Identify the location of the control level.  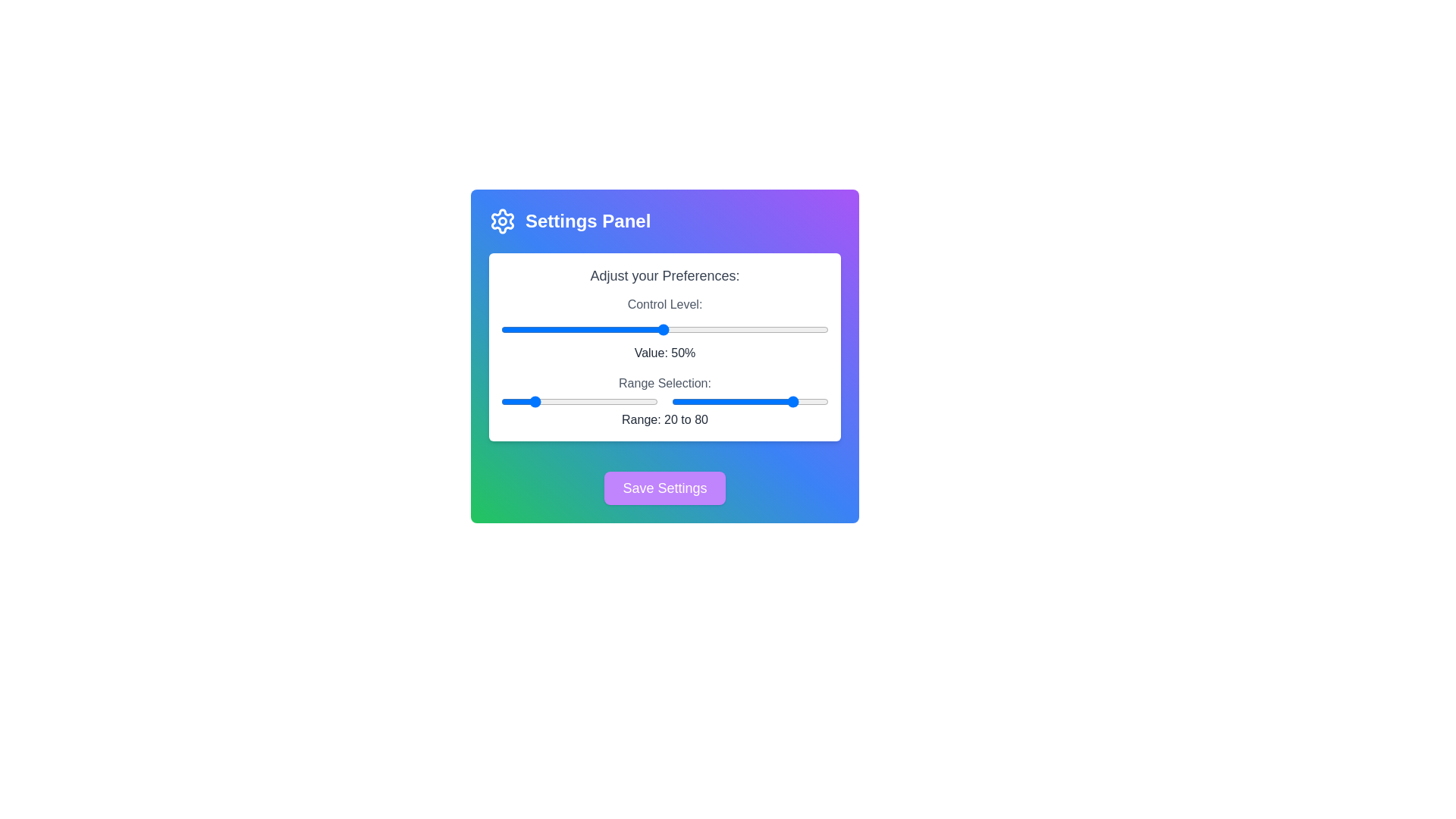
(633, 329).